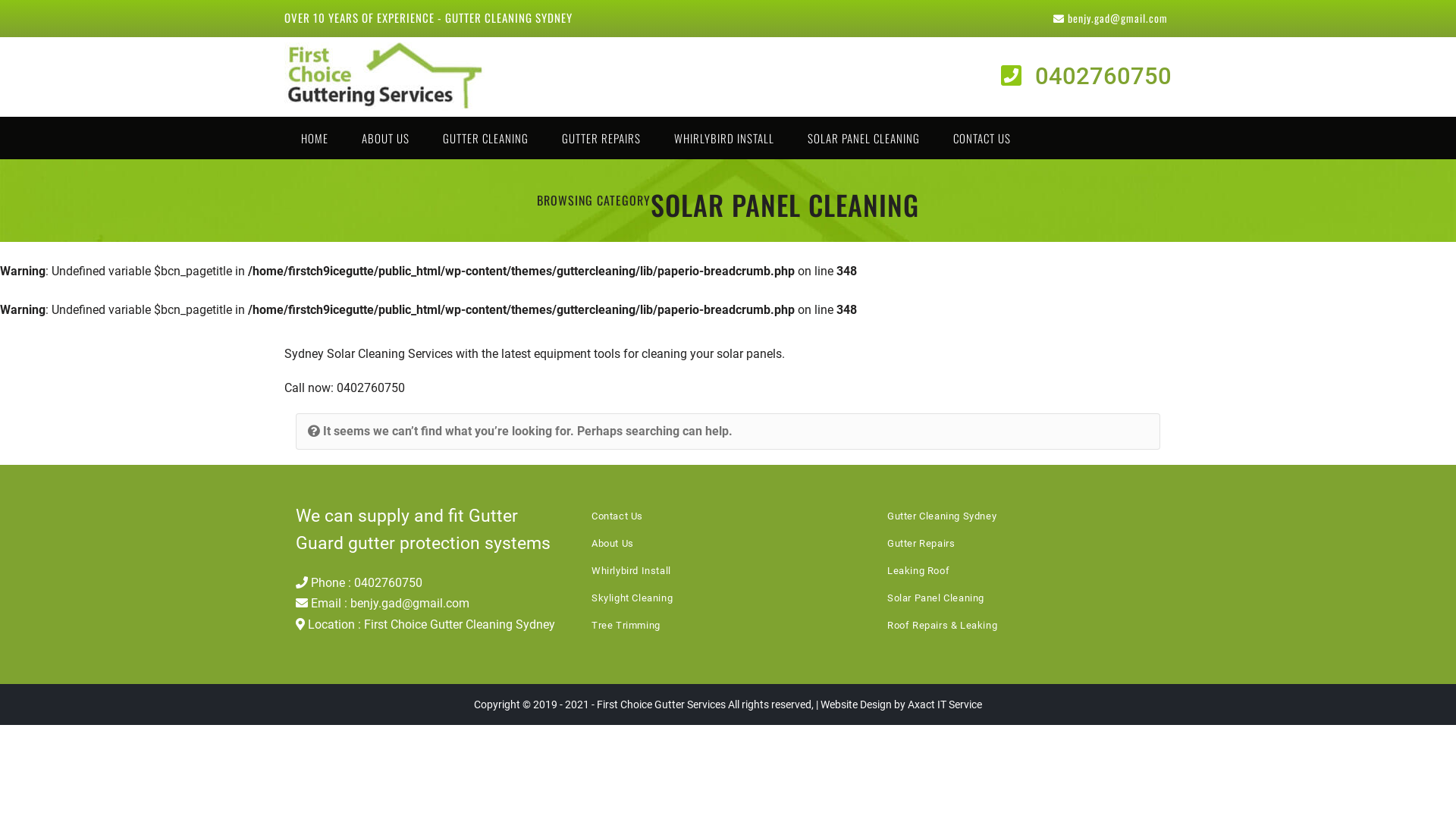 The width and height of the screenshot is (1456, 819). What do you see at coordinates (617, 515) in the screenshot?
I see `'Contact Us'` at bounding box center [617, 515].